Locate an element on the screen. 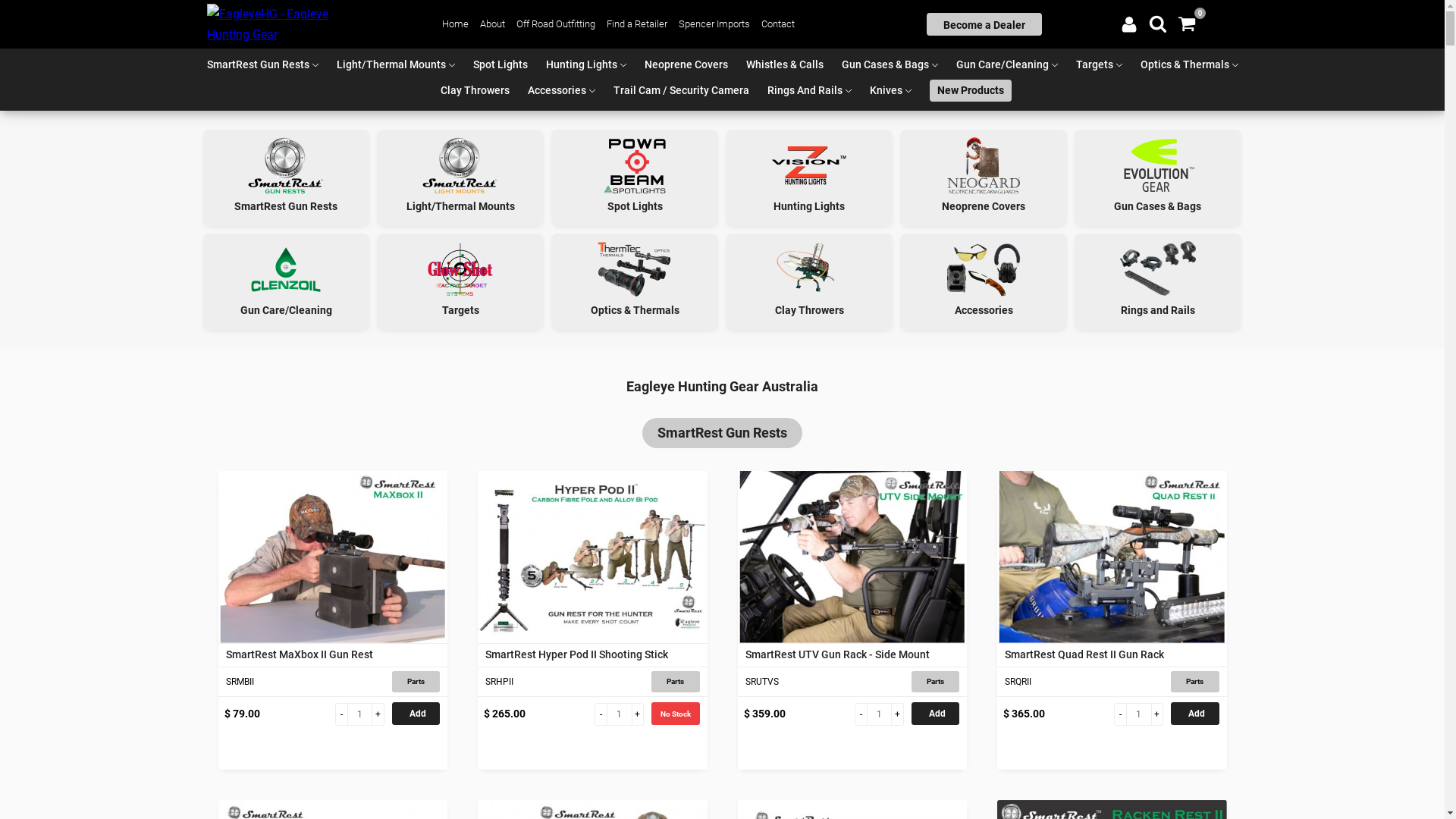 This screenshot has height=819, width=1456. 'Parts' is located at coordinates (674, 680).